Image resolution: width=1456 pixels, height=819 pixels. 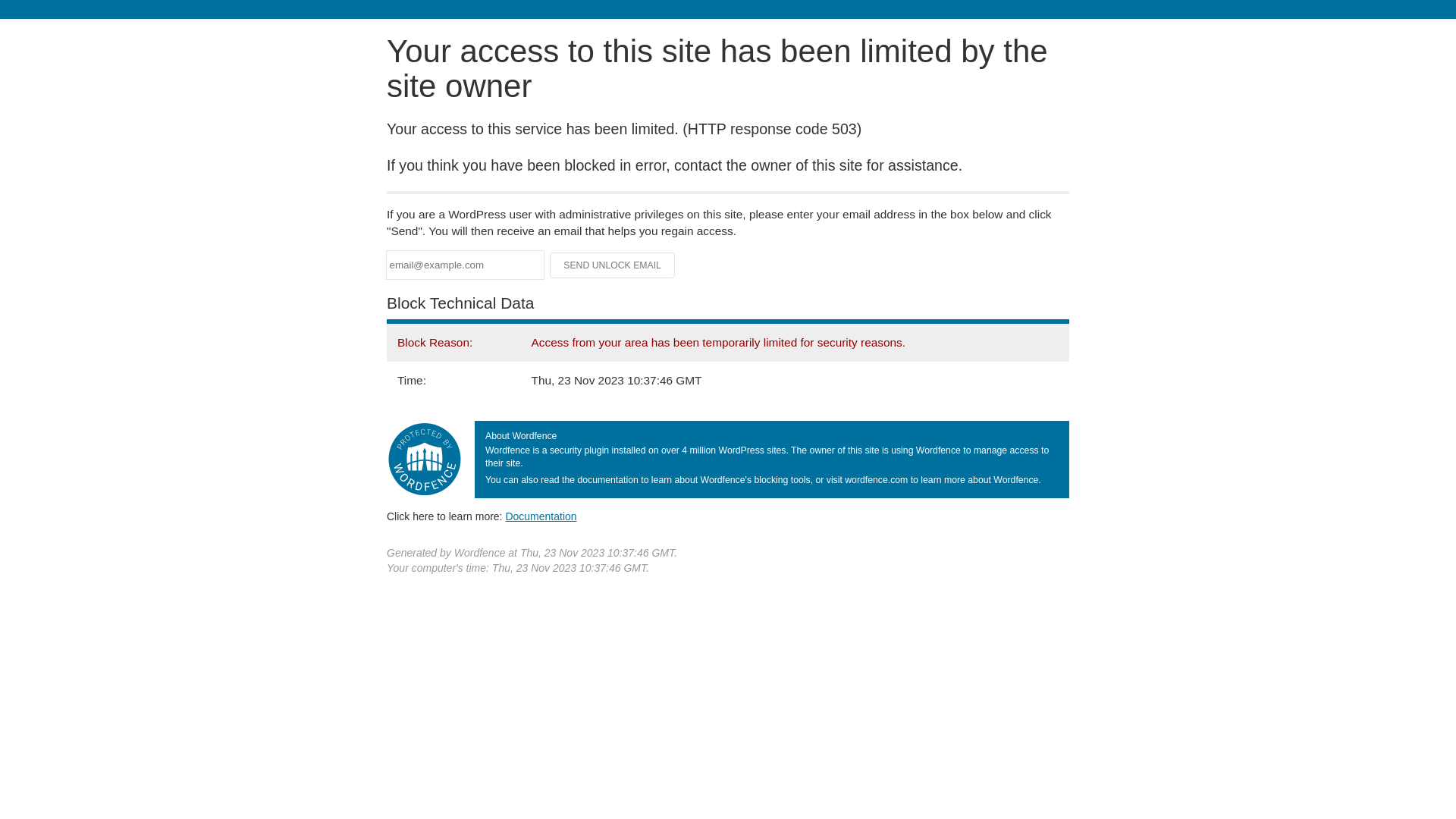 I want to click on 'Send Unlock Email', so click(x=612, y=265).